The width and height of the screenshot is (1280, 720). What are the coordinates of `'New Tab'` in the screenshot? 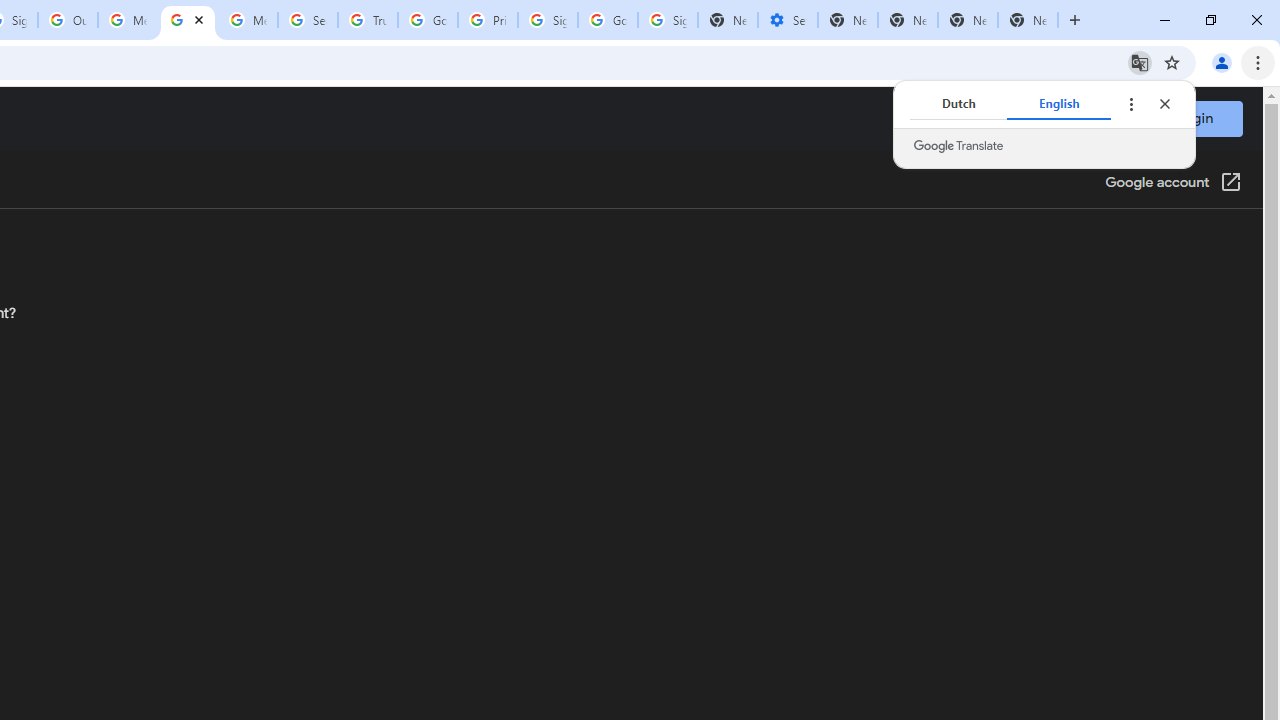 It's located at (1028, 20).